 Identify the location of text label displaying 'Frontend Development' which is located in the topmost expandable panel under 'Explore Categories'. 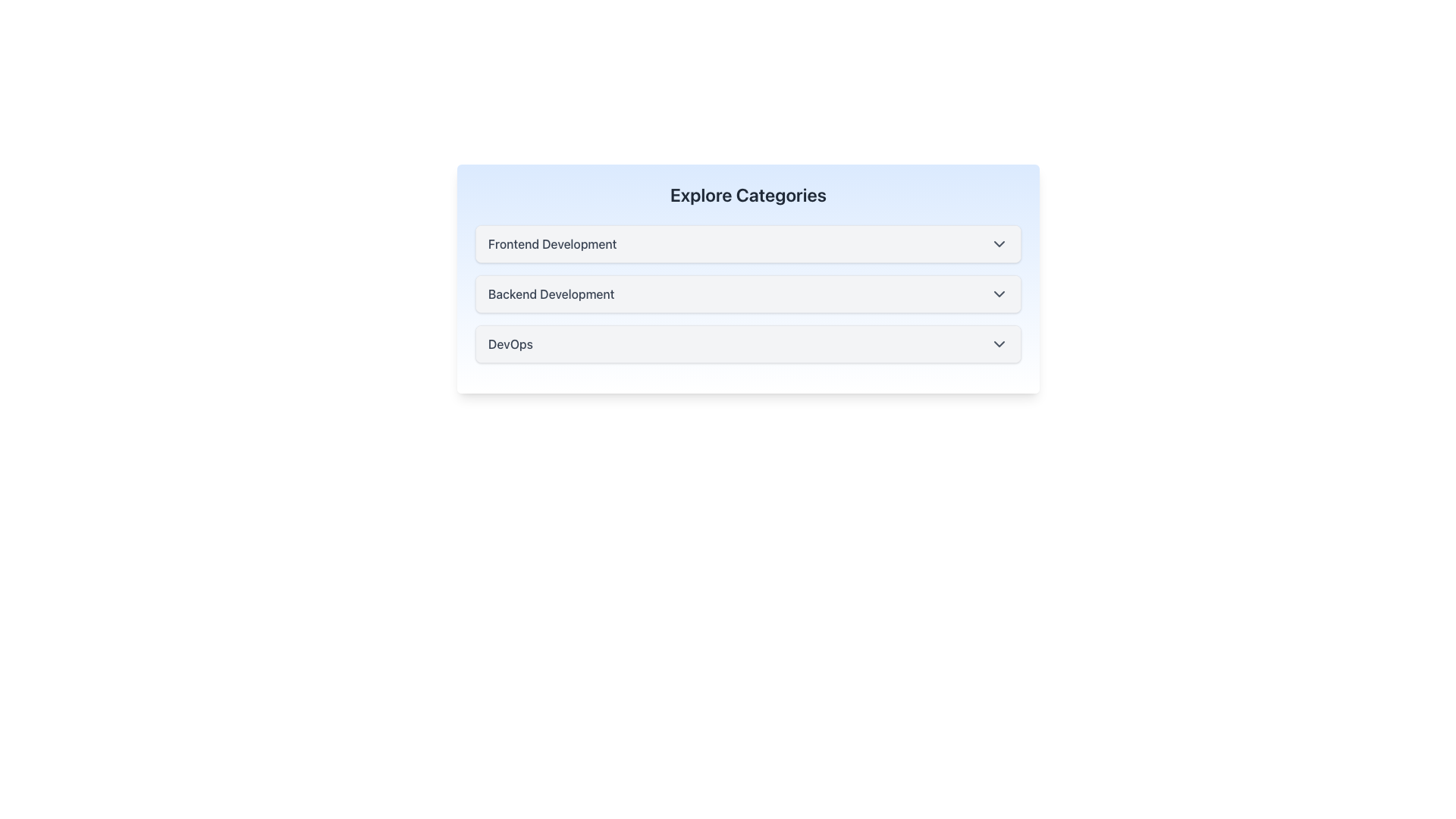
(551, 243).